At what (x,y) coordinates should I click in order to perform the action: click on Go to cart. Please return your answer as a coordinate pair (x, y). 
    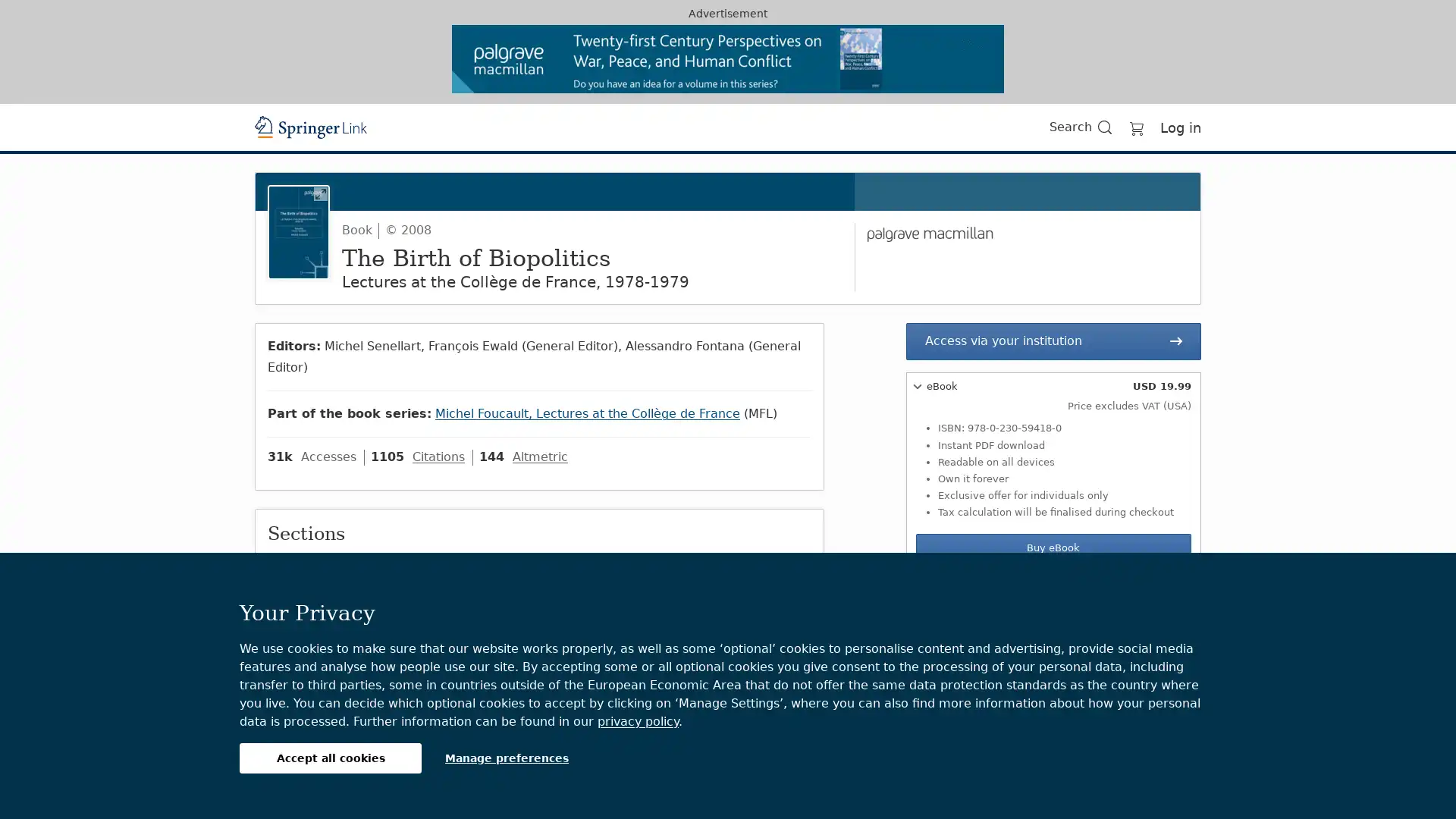
    Looking at the image, I should click on (1136, 126).